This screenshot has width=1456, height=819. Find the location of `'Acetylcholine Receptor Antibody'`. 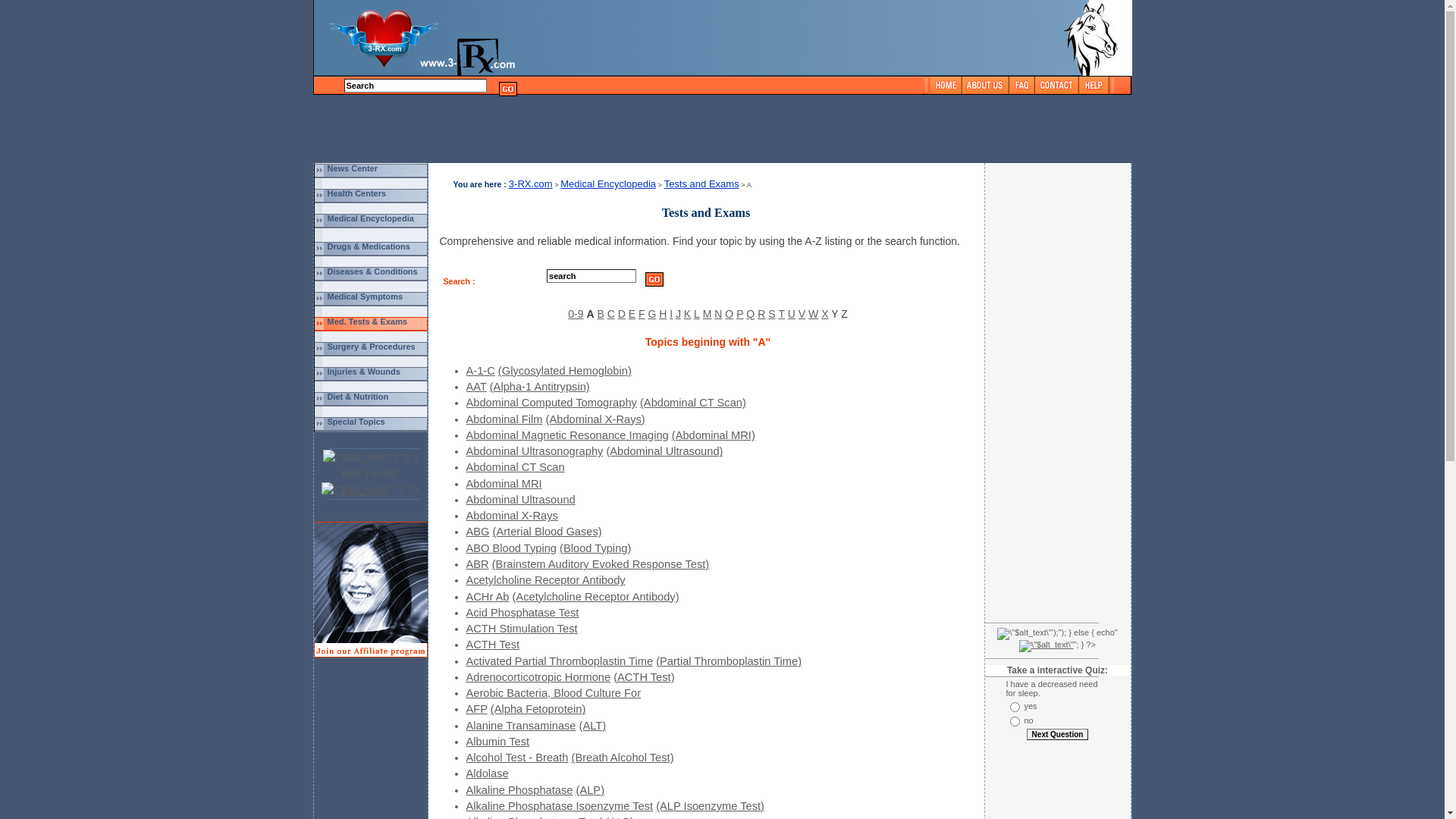

'Acetylcholine Receptor Antibody' is located at coordinates (545, 579).